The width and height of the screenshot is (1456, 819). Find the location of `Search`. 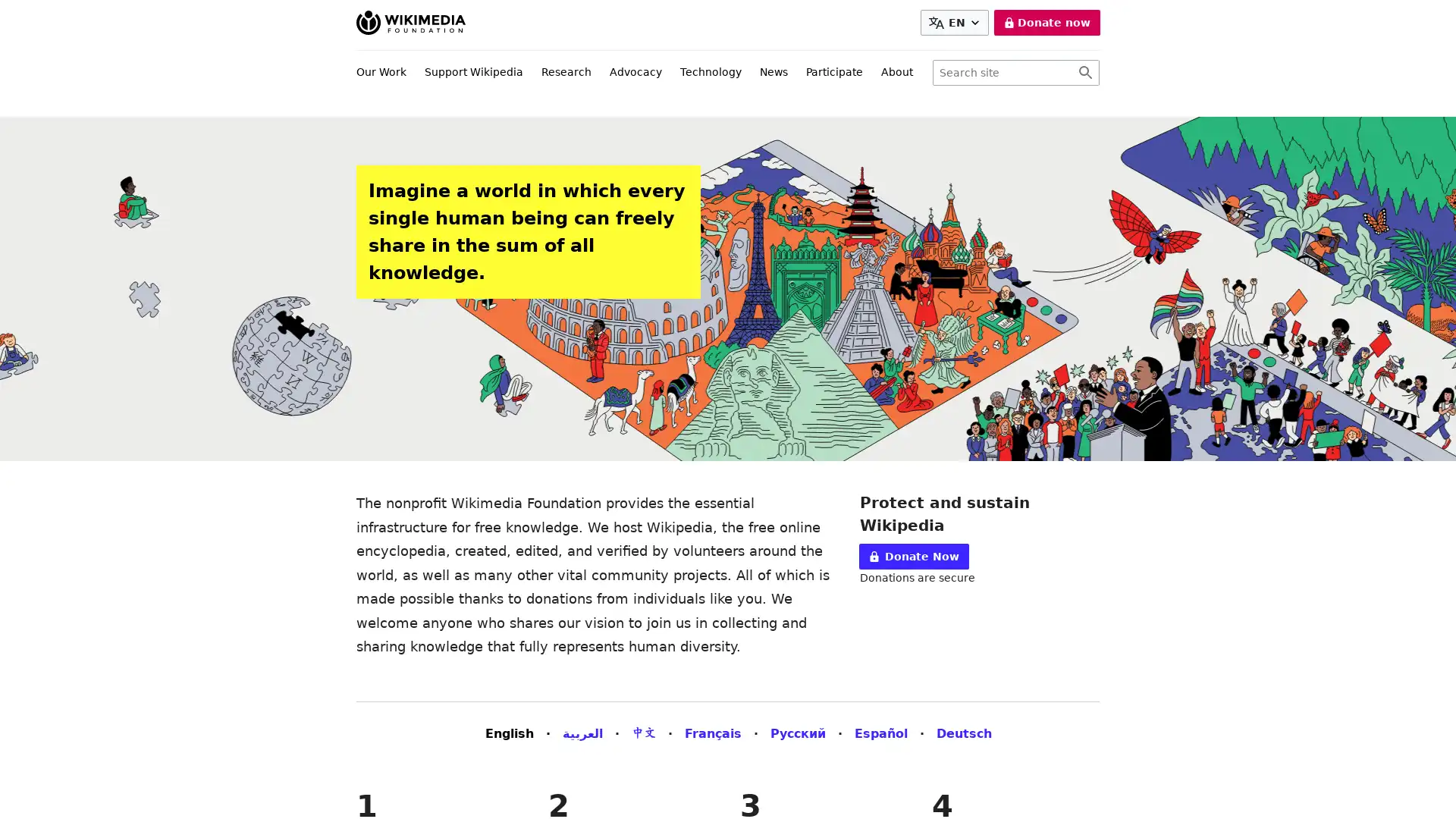

Search is located at coordinates (1084, 73).